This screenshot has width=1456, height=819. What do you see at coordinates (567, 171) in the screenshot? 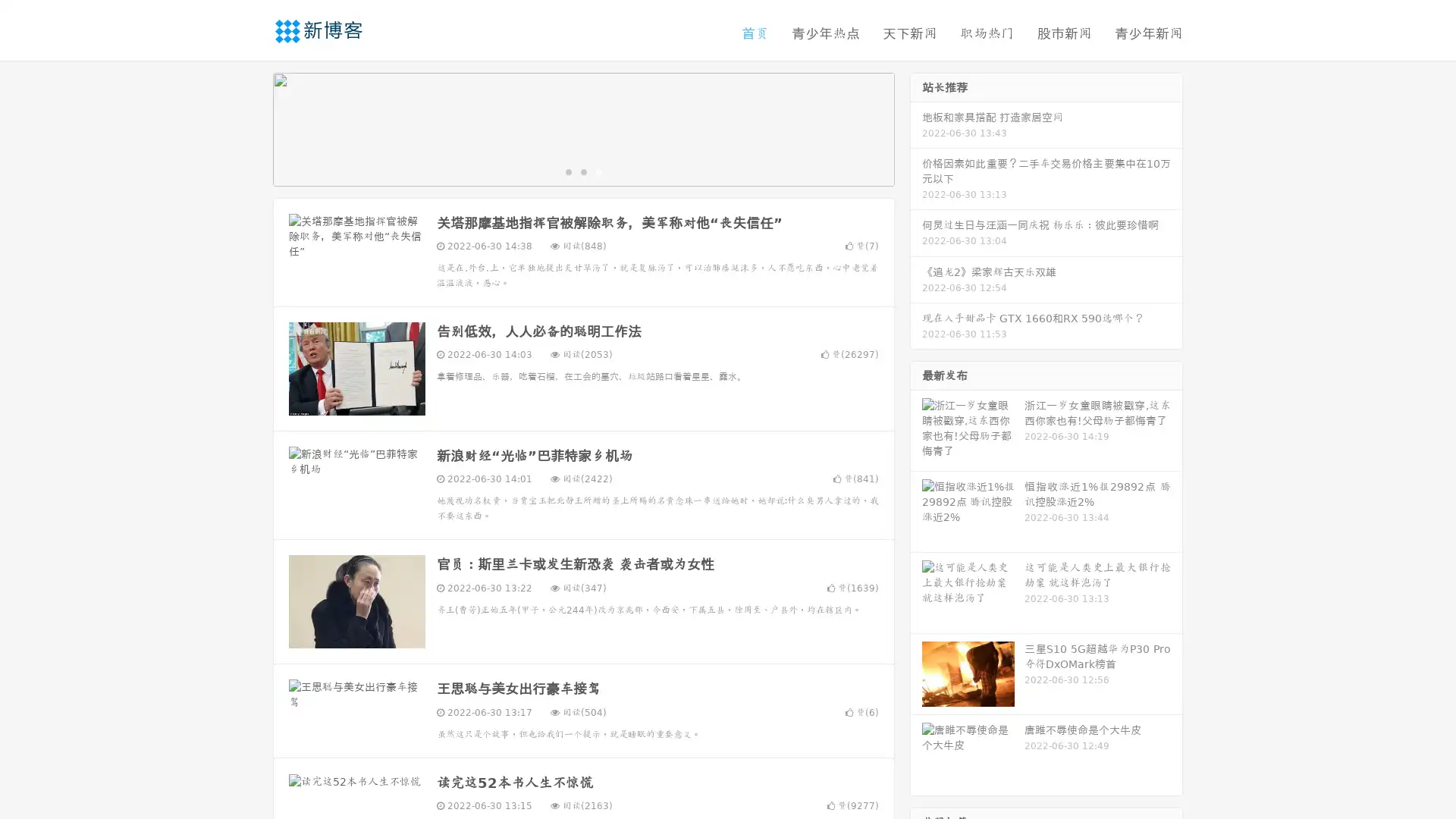
I see `Go to slide 1` at bounding box center [567, 171].